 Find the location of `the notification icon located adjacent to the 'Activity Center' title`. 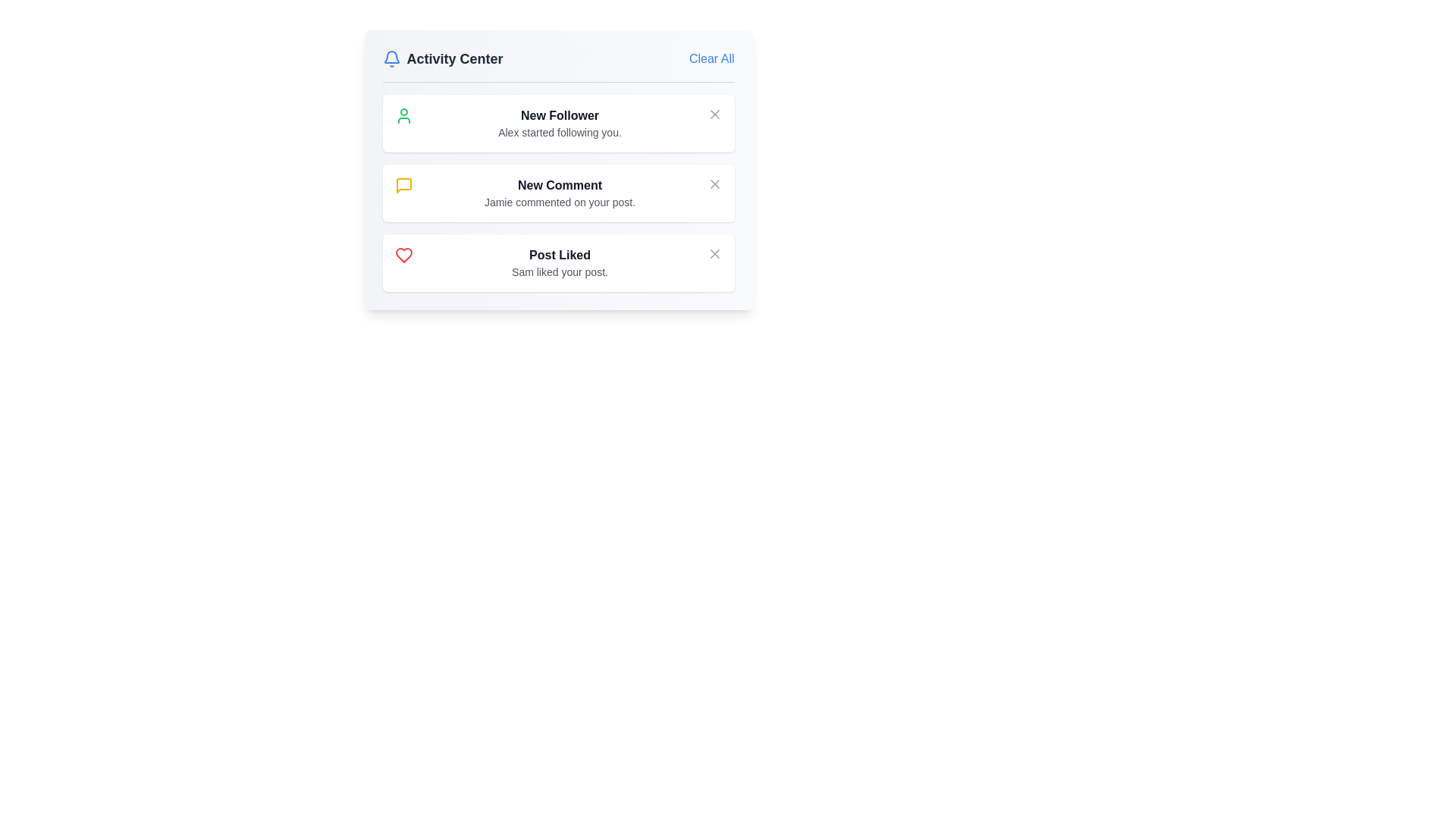

the notification icon located adjacent to the 'Activity Center' title is located at coordinates (391, 56).